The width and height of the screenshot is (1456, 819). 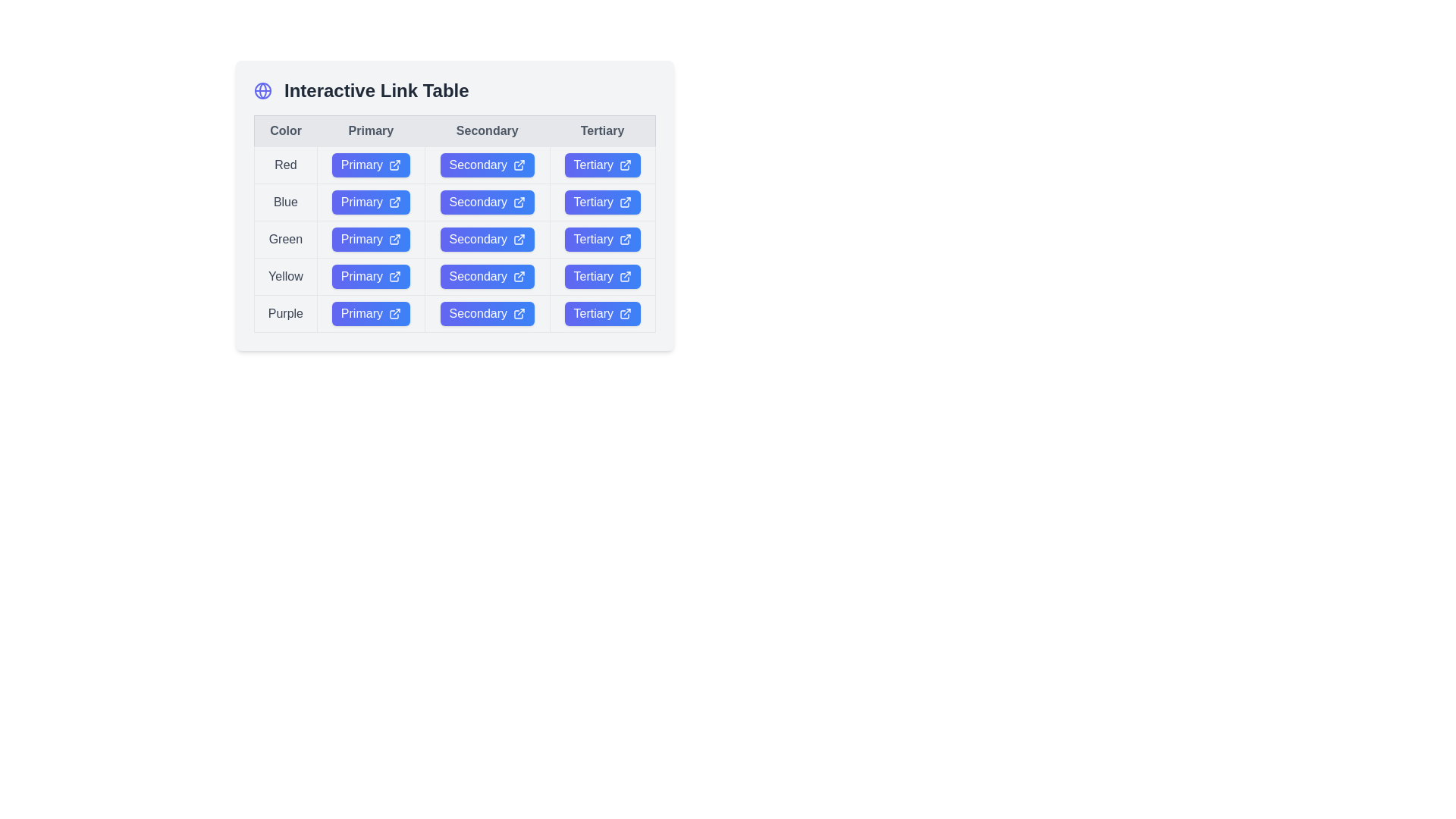 What do you see at coordinates (601, 201) in the screenshot?
I see `the 'Tertiary' button with an external link icon, which is located in the 'Blue' row of the table and has gradient colors transitioning from indigo to blue` at bounding box center [601, 201].